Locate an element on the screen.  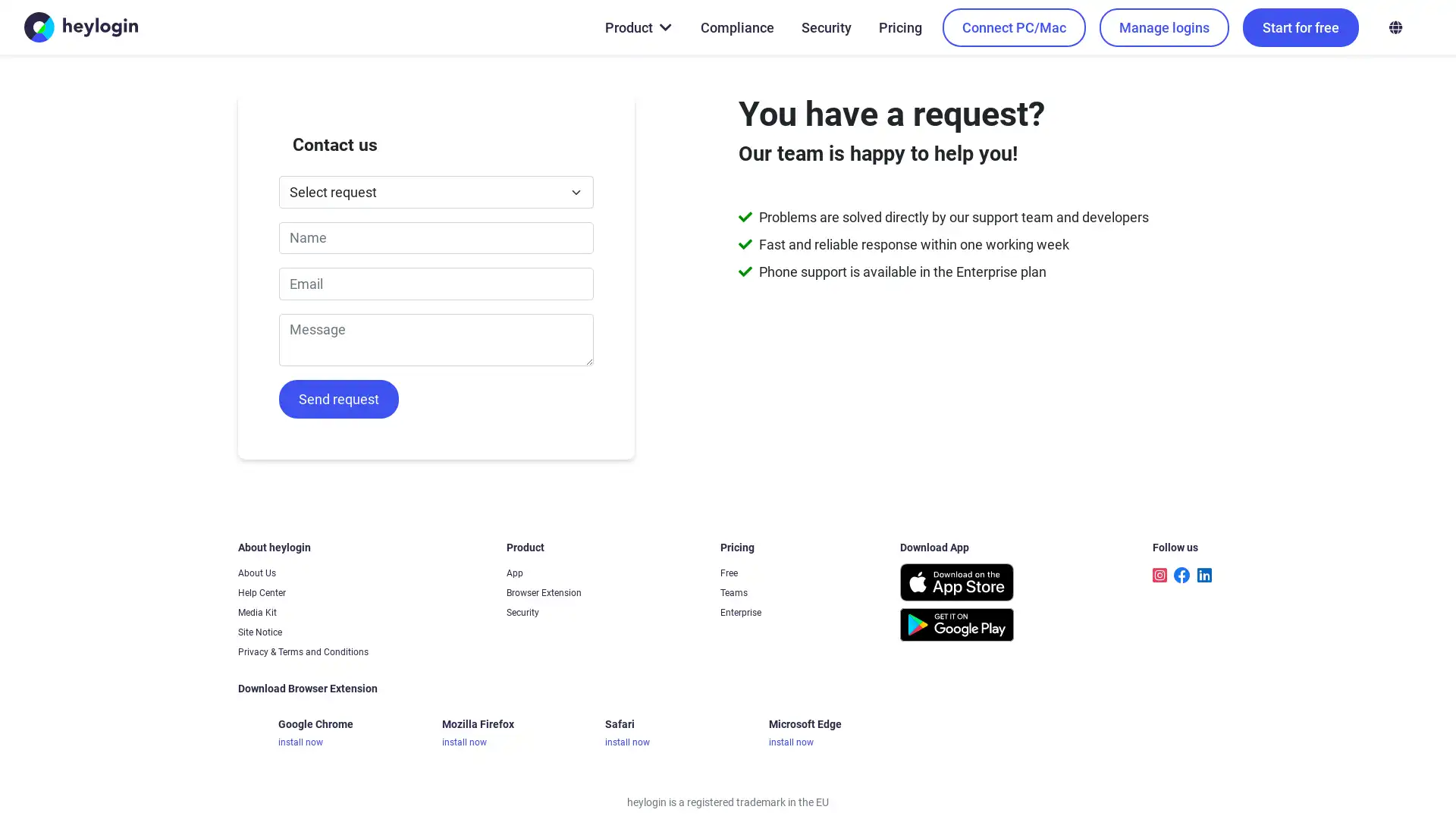
Send request is located at coordinates (337, 398).